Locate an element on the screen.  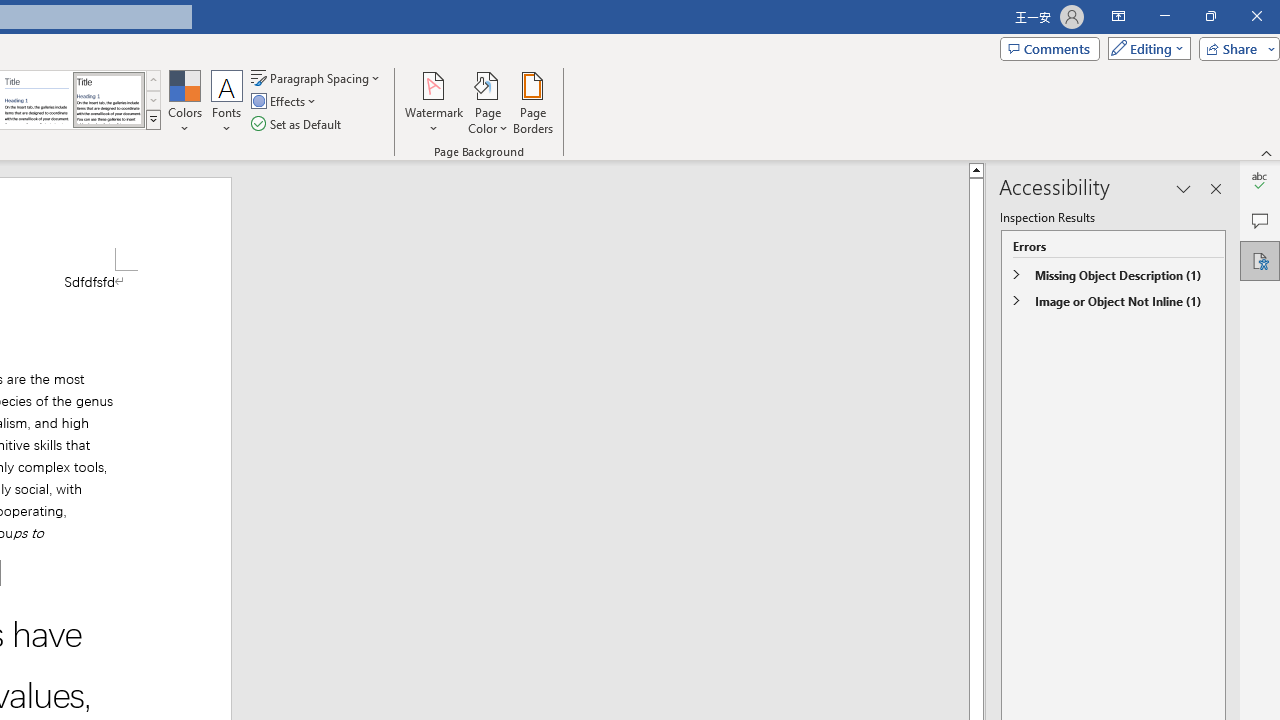
'Editing' is located at coordinates (1144, 47).